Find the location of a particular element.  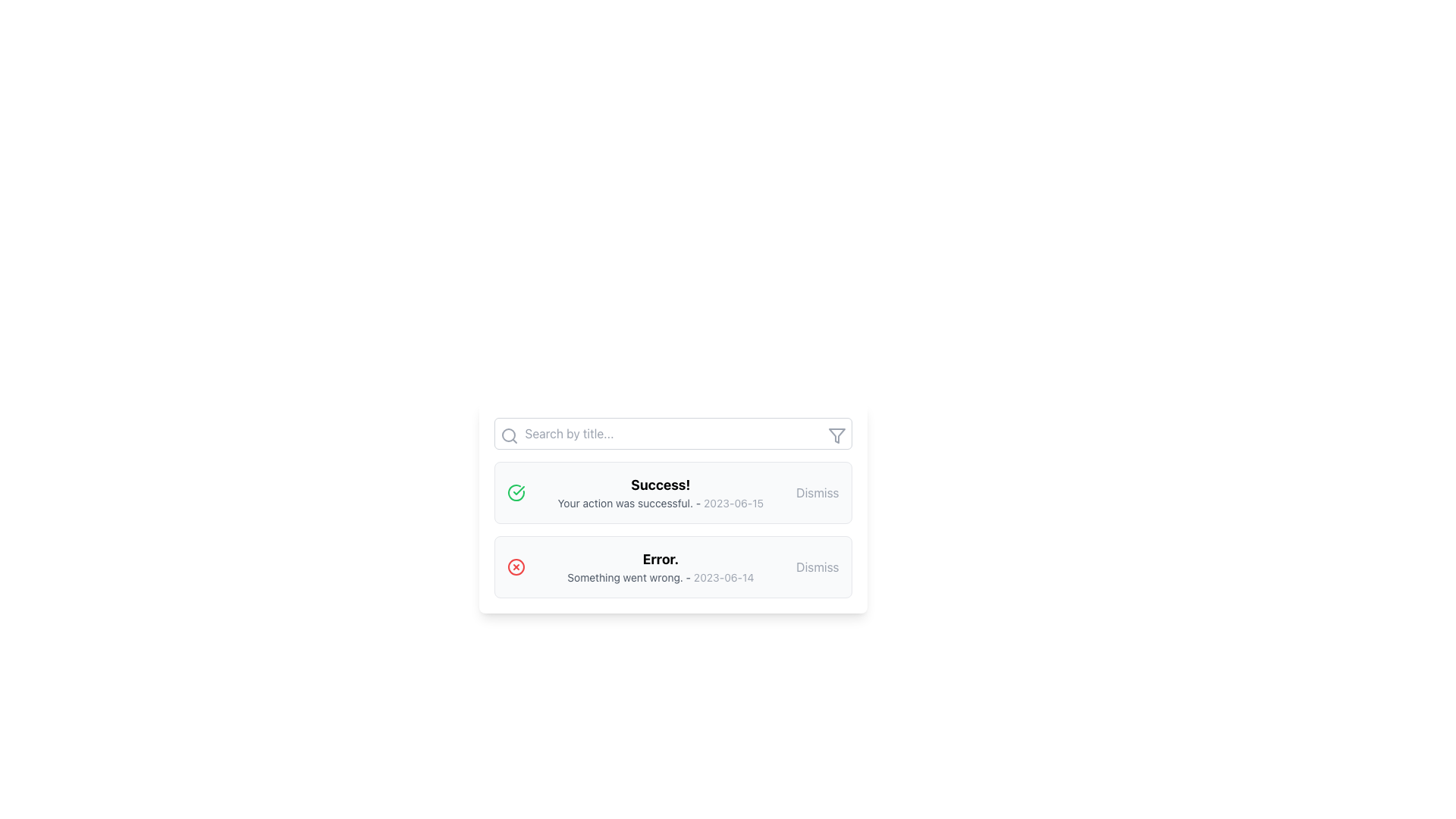

the gray text displaying the date '2023-06-14' in the notification bar indicating an issue, which is aligned to the rightmost end of the text block is located at coordinates (723, 577).